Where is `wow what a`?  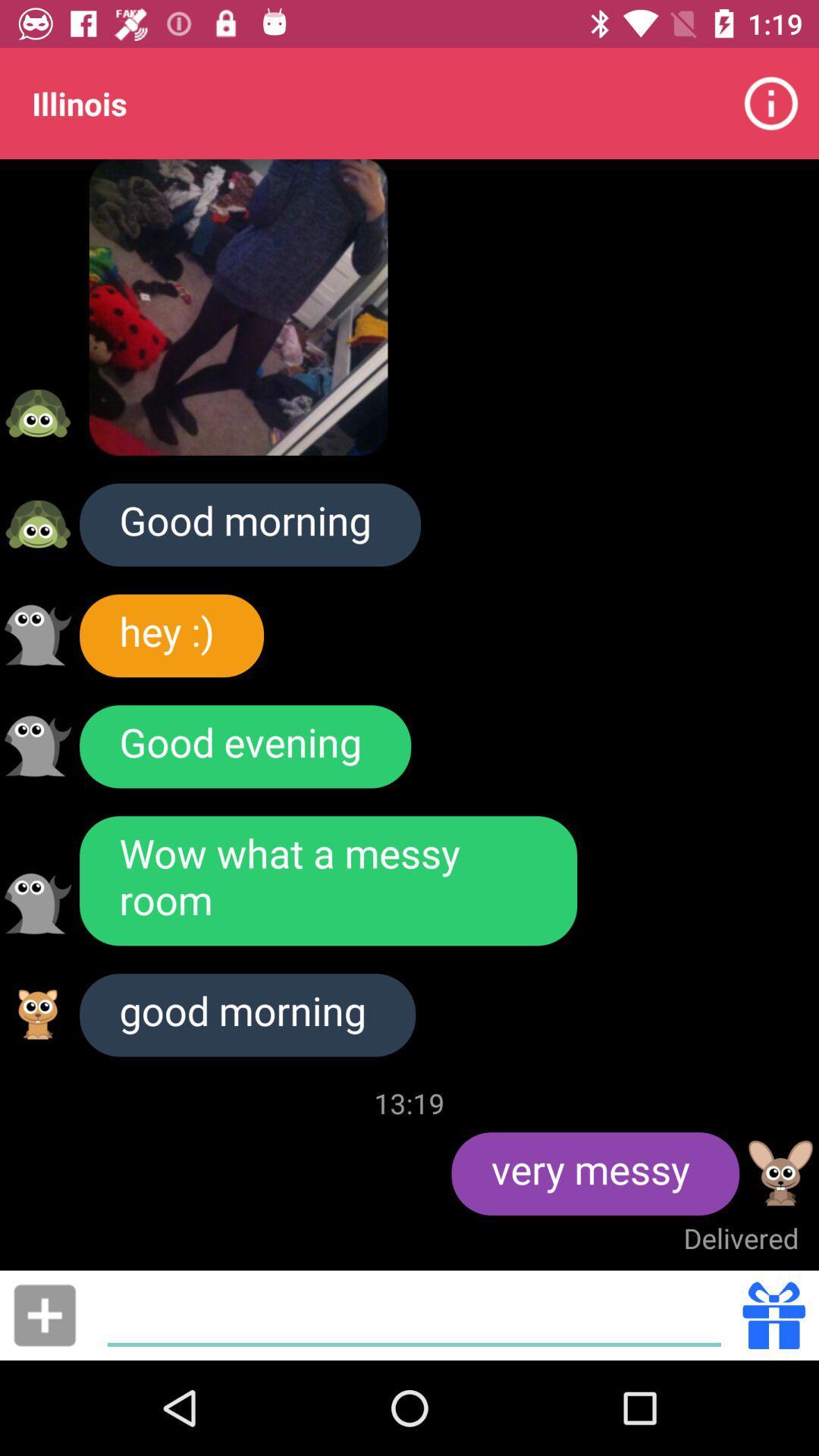
wow what a is located at coordinates (328, 880).